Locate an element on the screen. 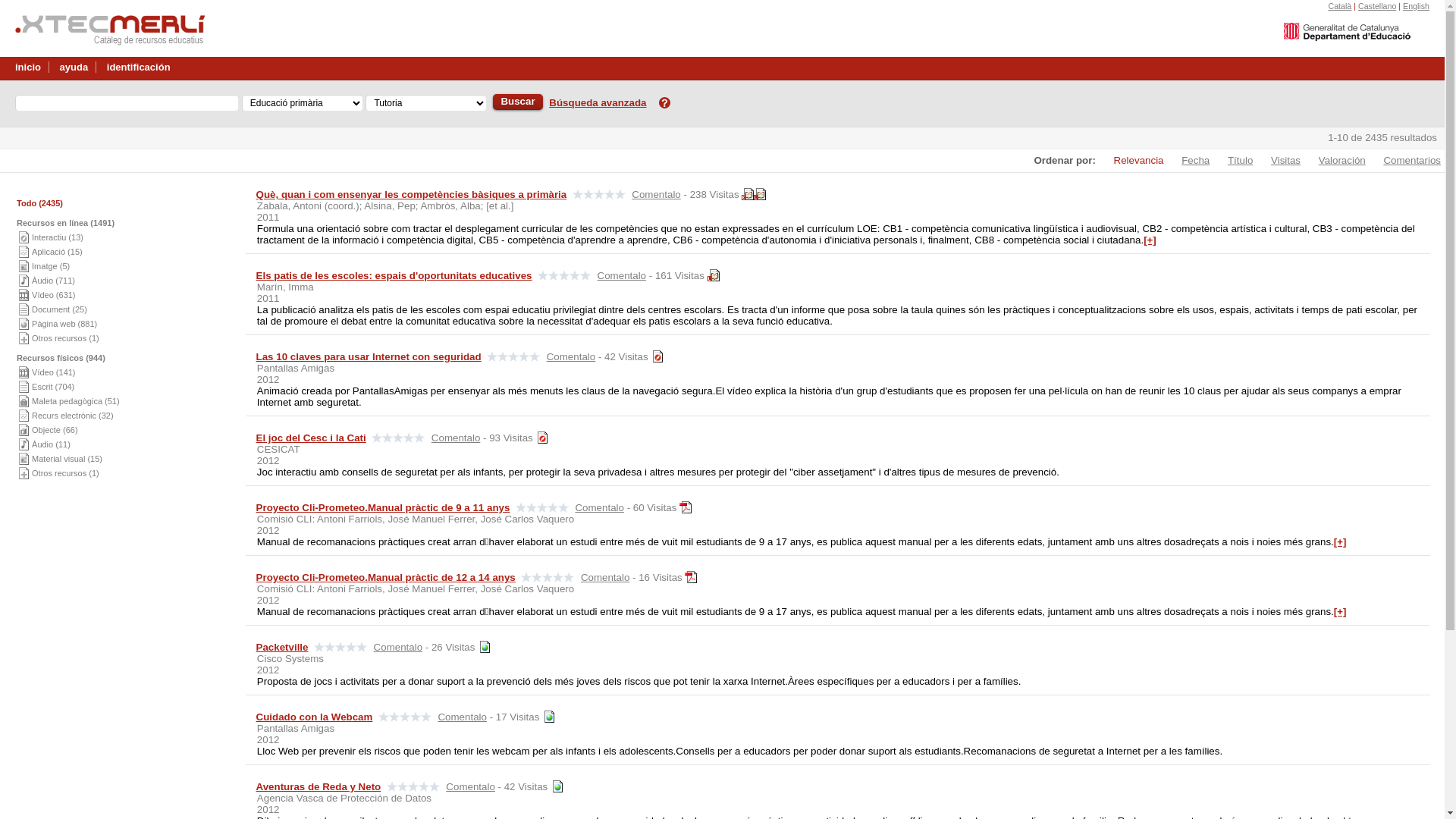 The image size is (1456, 819). 'Fecha' is located at coordinates (1187, 160).